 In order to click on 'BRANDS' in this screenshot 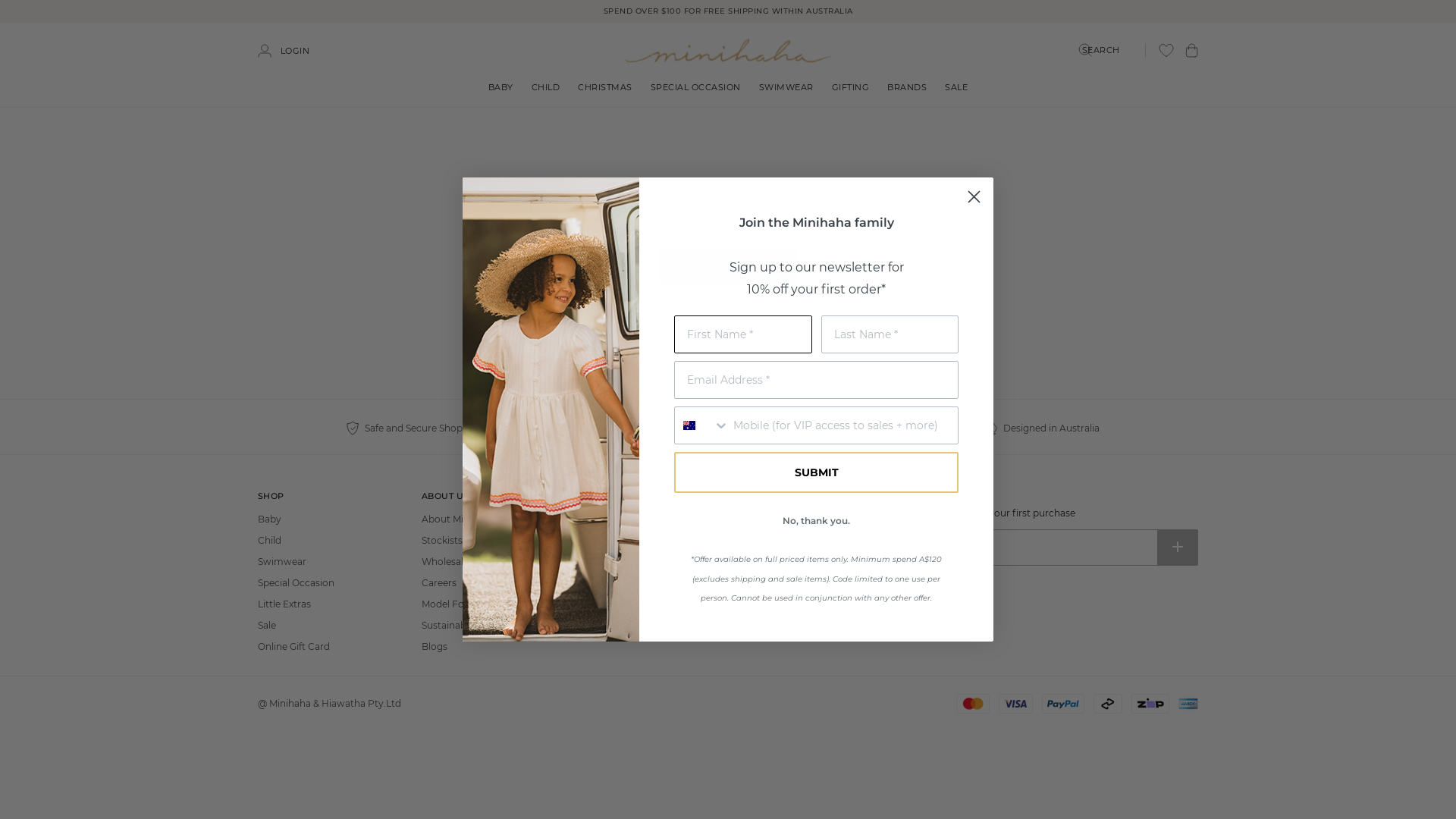, I will do `click(906, 87)`.